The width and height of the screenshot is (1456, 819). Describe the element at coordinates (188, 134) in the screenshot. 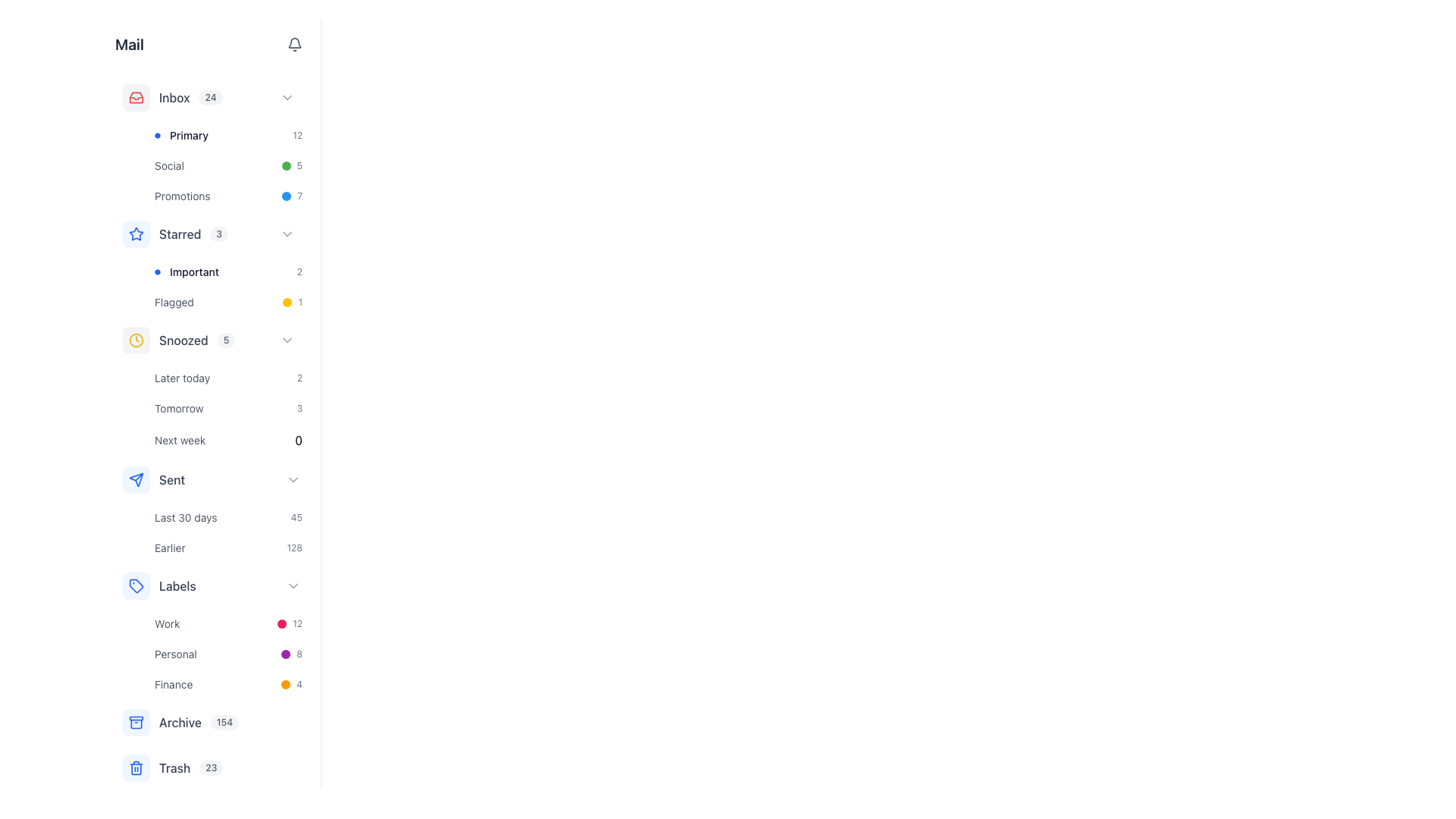

I see `the 'Primary' text label in the email navigation menu` at that location.